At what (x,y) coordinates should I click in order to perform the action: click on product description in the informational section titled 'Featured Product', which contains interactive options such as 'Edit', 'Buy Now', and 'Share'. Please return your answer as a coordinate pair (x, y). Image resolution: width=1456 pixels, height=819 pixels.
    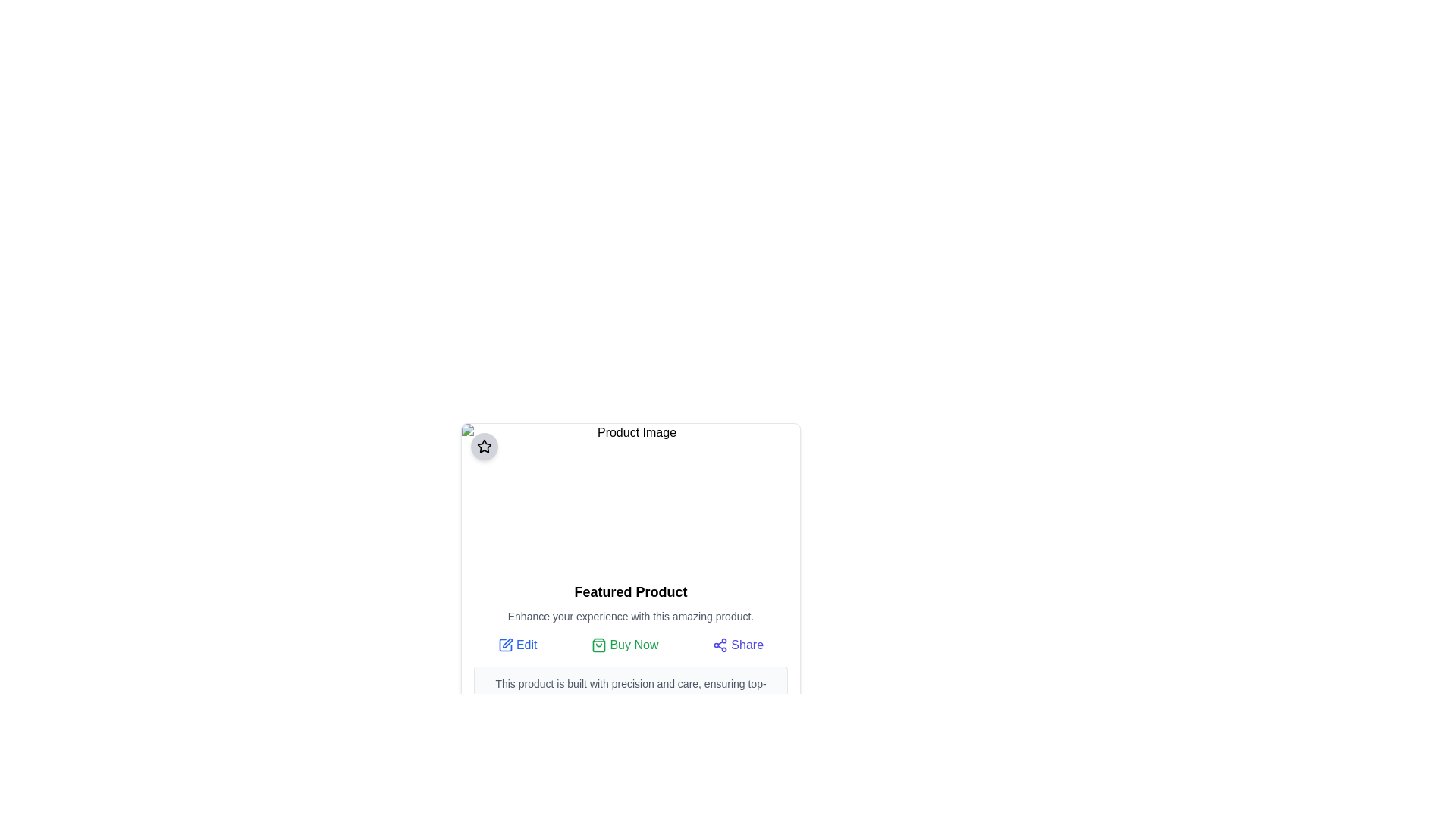
    Looking at the image, I should click on (630, 660).